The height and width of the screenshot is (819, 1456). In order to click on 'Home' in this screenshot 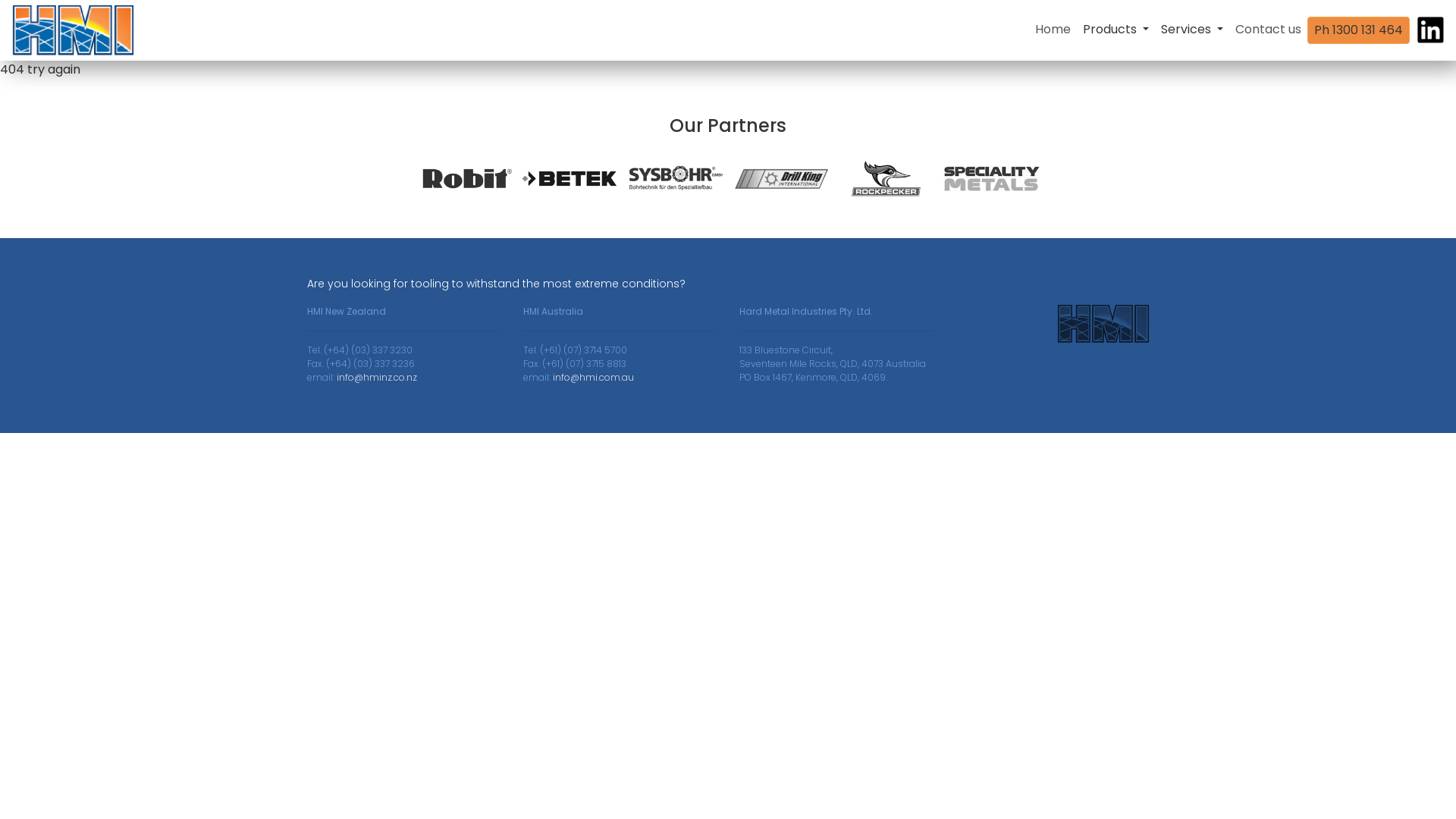, I will do `click(1052, 29)`.